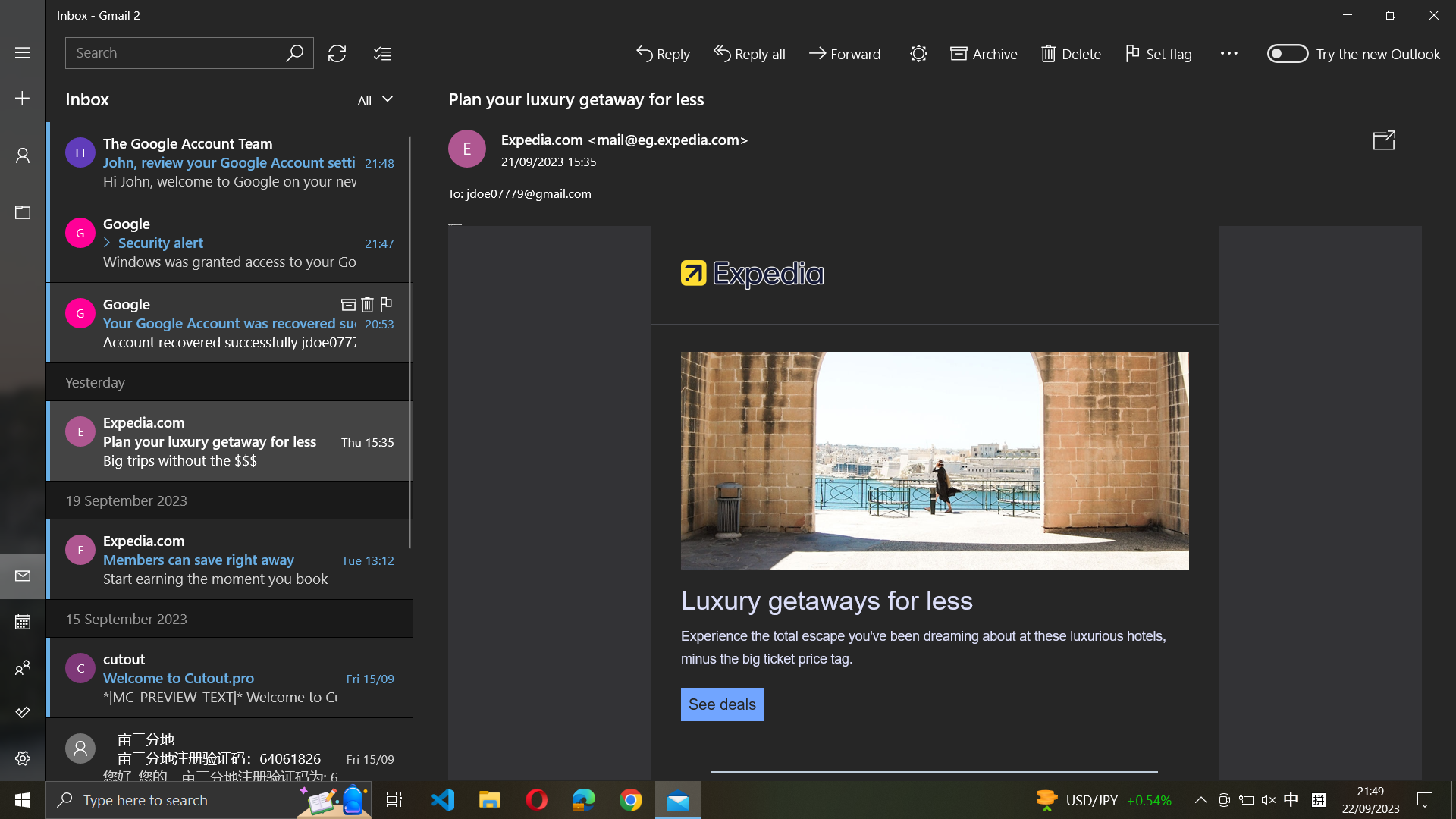 The height and width of the screenshot is (819, 1456). Describe the element at coordinates (188, 52) in the screenshot. I see `Locate Expedia.com"s emails in your inbox` at that location.